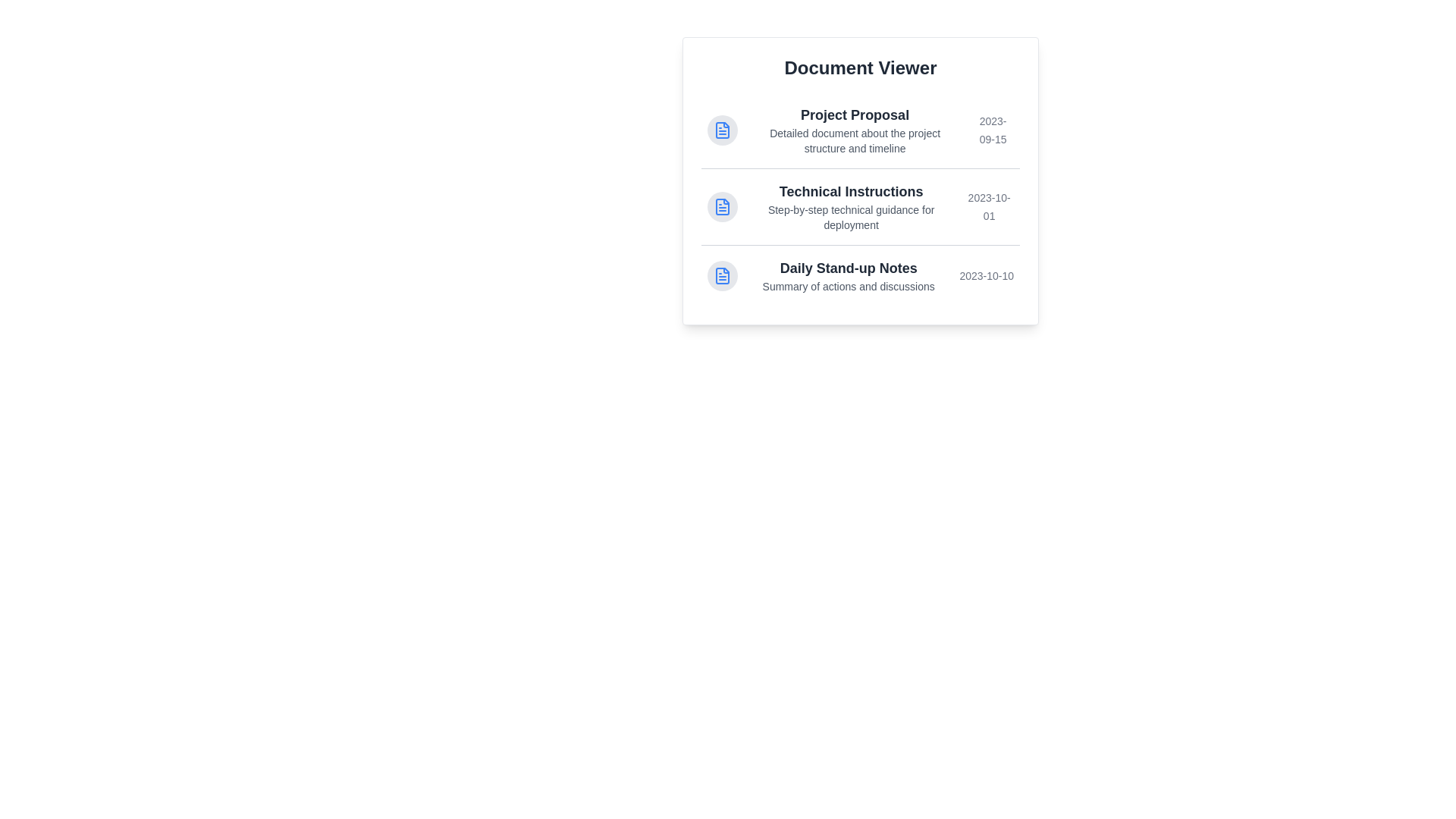  I want to click on the document titled Project Proposal to highlight it, so click(860, 130).